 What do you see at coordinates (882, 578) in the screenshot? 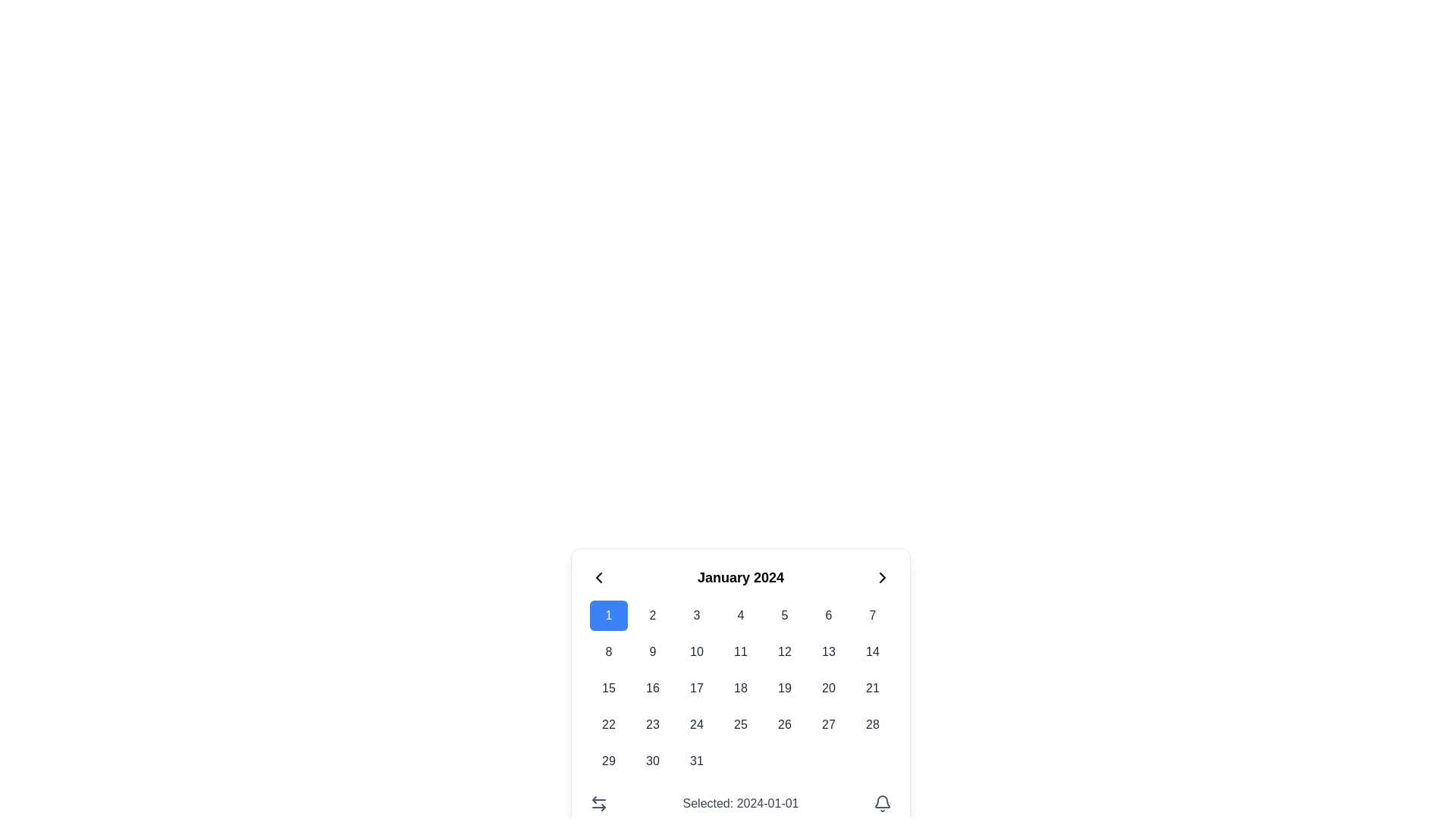
I see `the right-oriented arrow icon located at the top-right corner of the calendar interface` at bounding box center [882, 578].